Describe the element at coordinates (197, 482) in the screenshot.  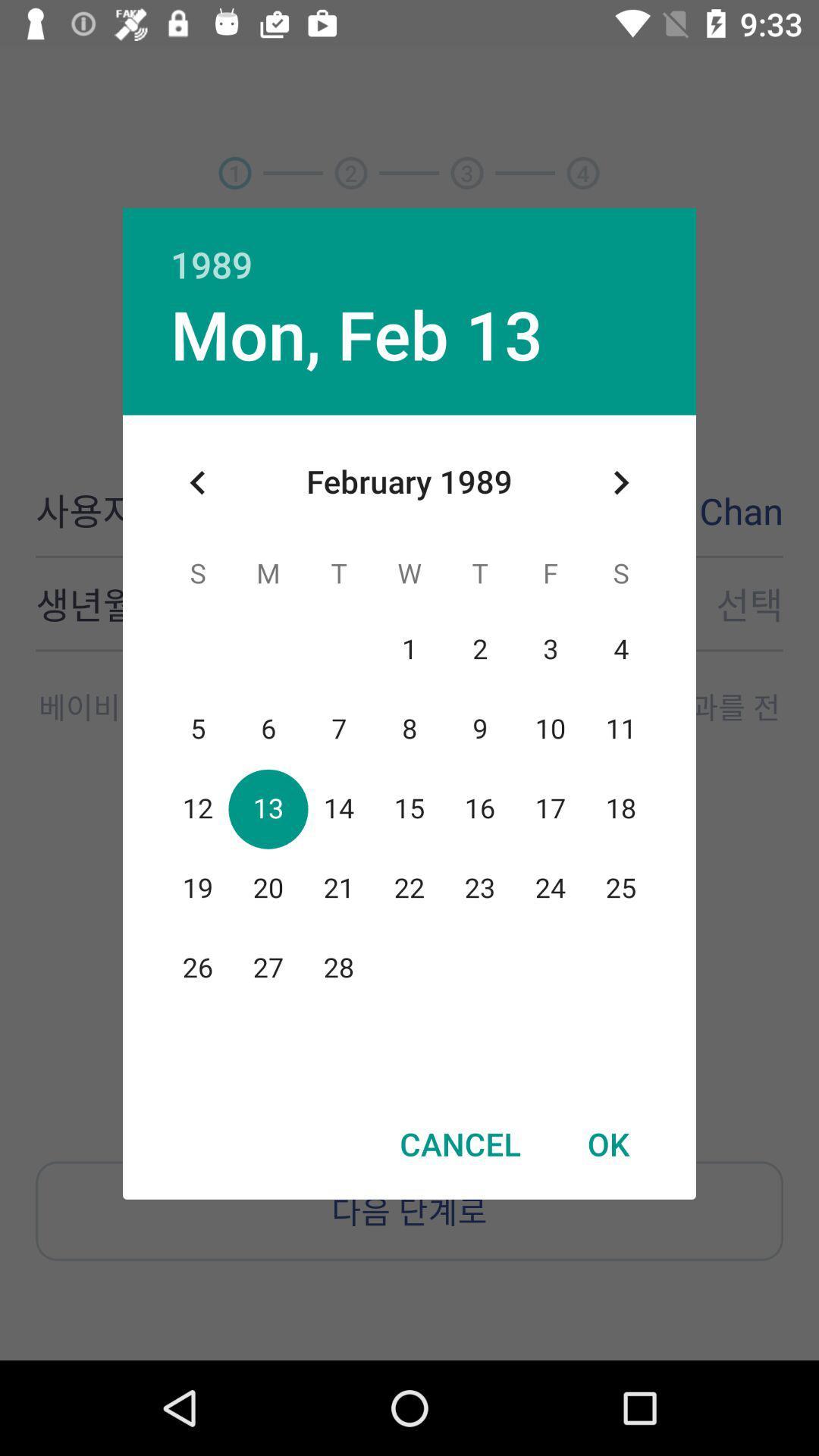
I see `the item at the top left corner` at that location.